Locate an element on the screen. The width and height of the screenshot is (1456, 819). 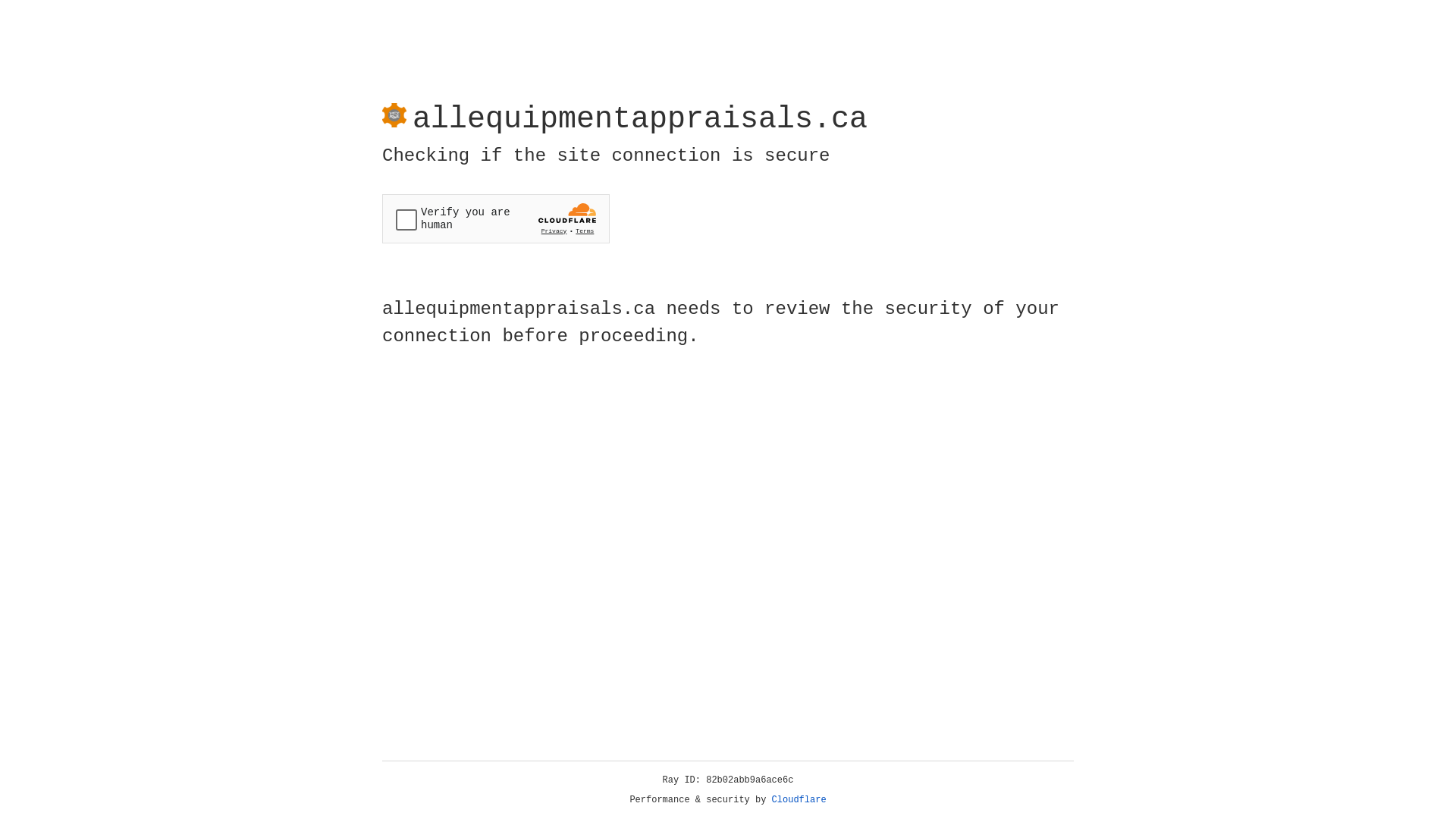
'Widget containing a Cloudflare security challenge' is located at coordinates (495, 218).